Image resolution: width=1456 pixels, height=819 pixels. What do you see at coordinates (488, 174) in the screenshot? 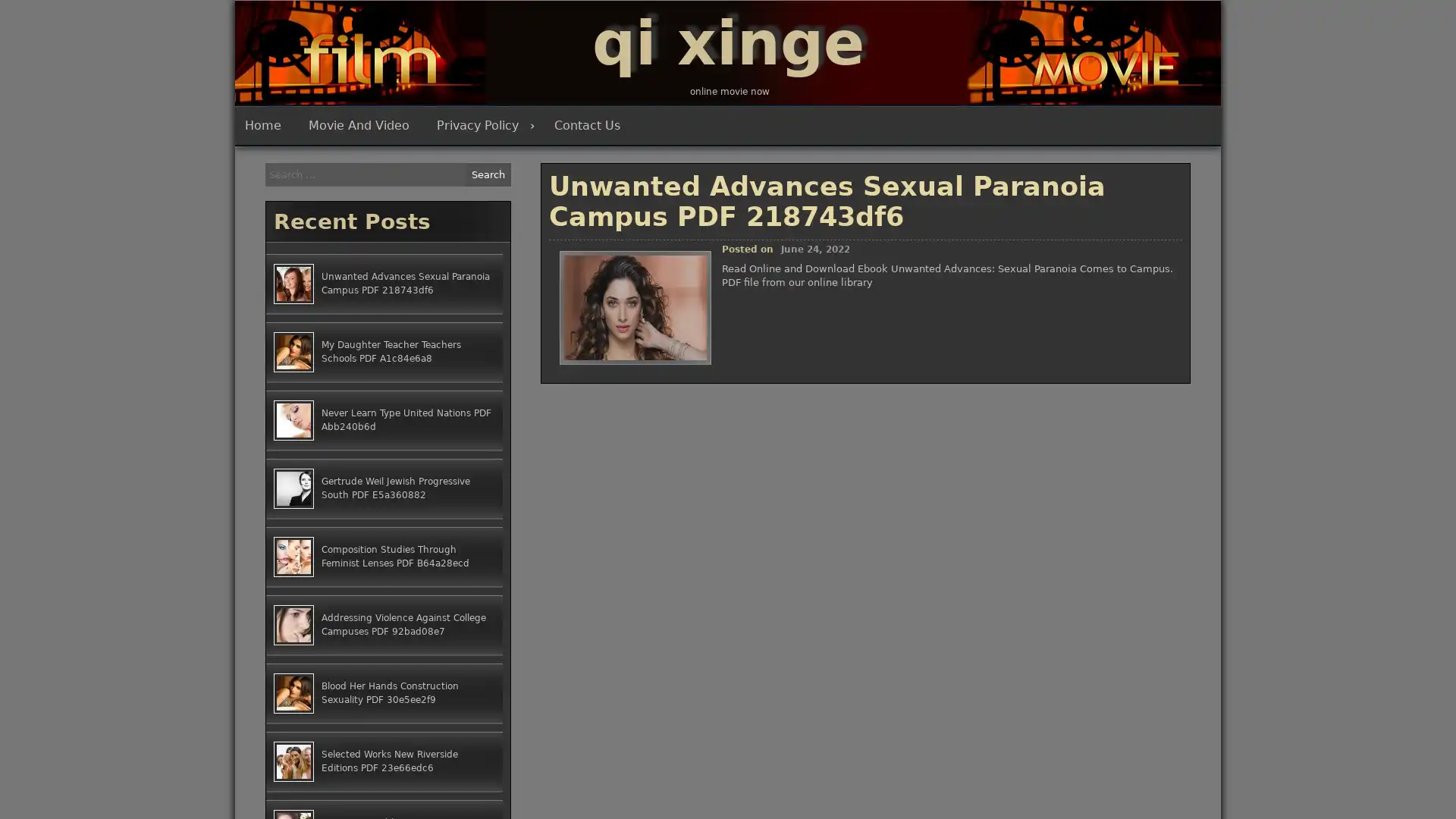
I see `Search` at bounding box center [488, 174].